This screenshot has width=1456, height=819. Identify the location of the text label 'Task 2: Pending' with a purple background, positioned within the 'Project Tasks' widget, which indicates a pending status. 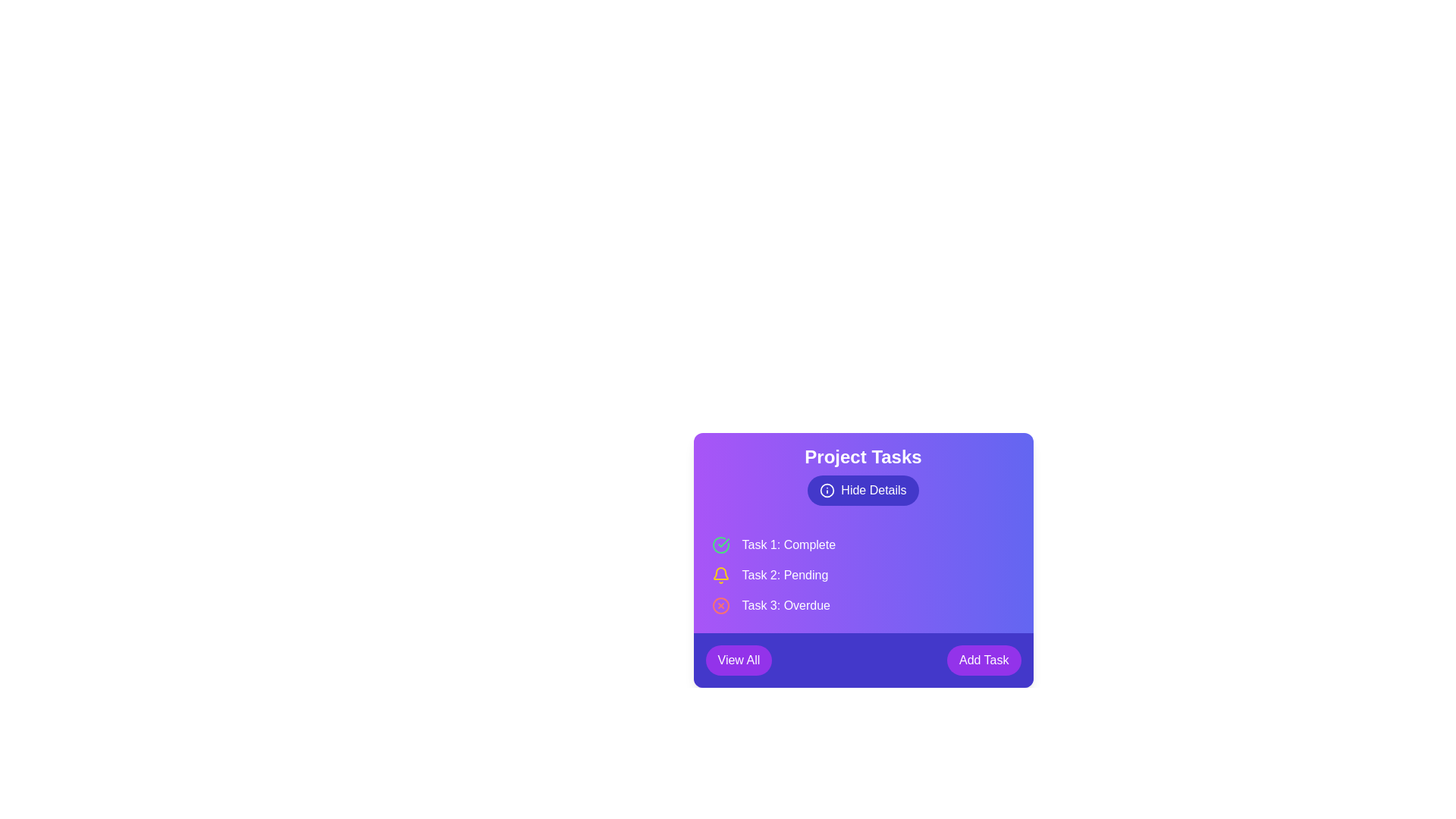
(785, 576).